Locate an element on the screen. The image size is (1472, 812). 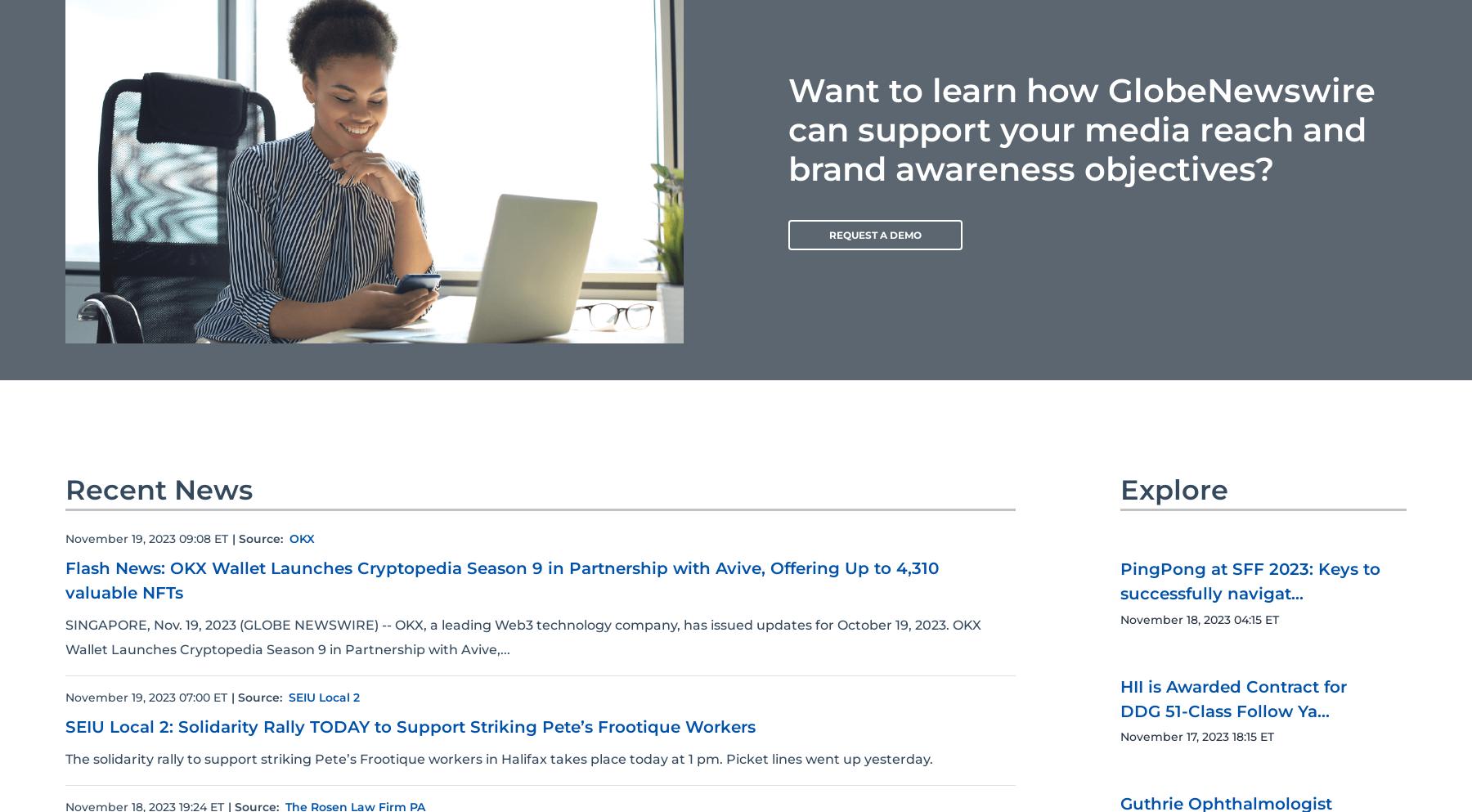
'Flash News: OKX Wallet Launches Cryptopedia Season 9 in Partnership with Avive, Offering Up to 4,310 valuable NFTs' is located at coordinates (501, 579).